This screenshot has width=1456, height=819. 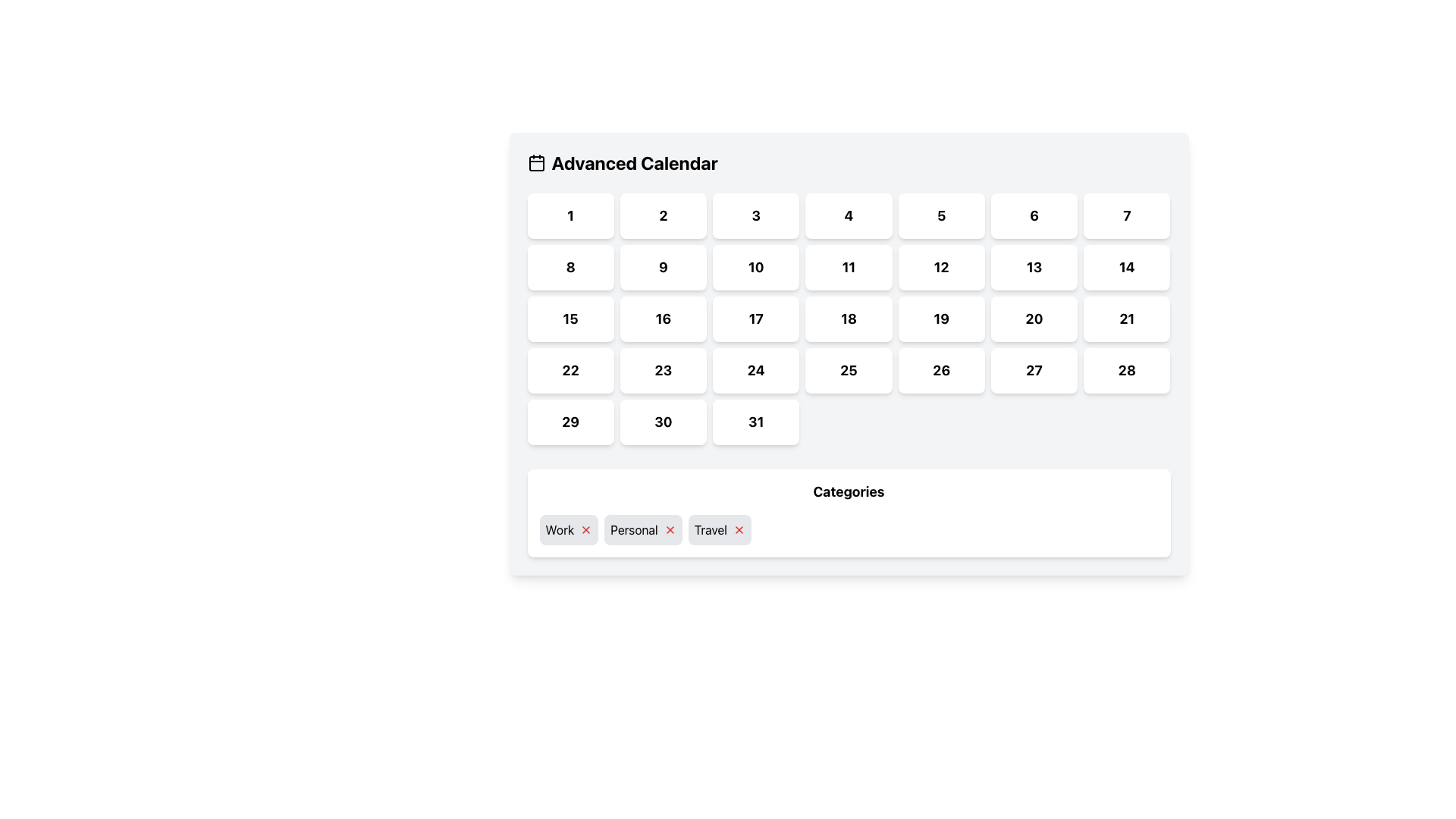 What do you see at coordinates (848, 318) in the screenshot?
I see `the button representing the eighteenth day in the calendar view` at bounding box center [848, 318].